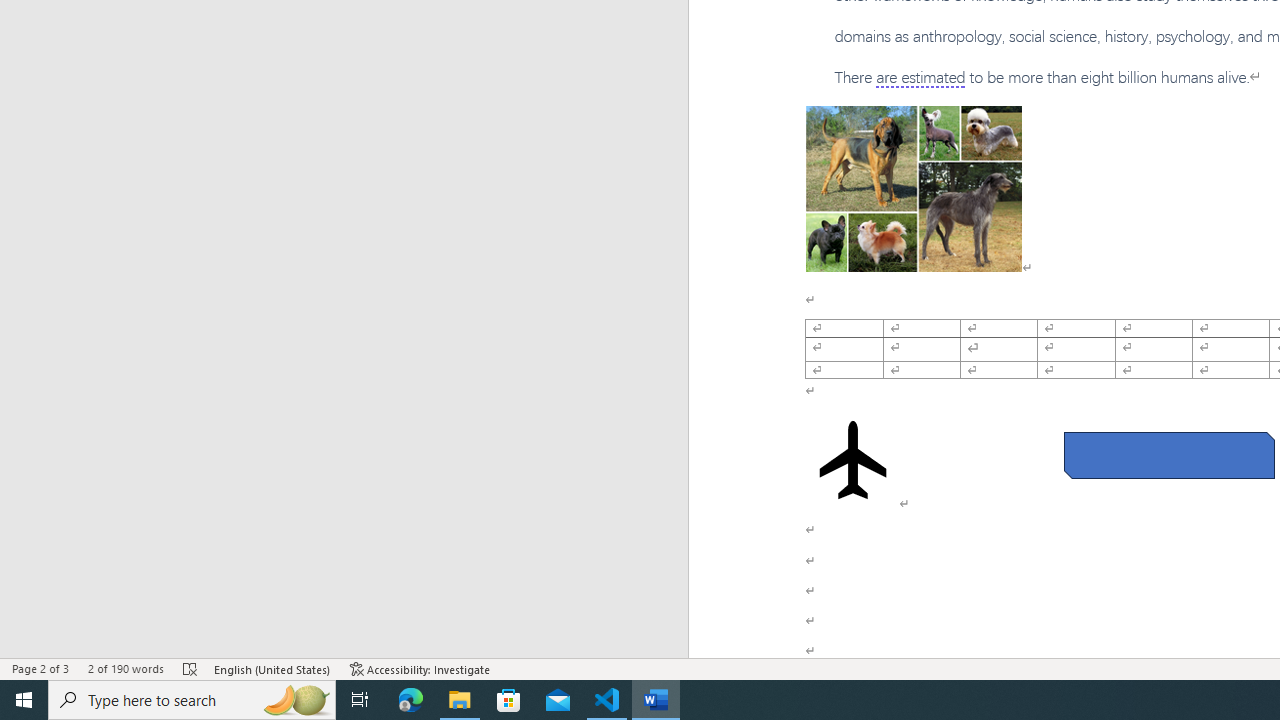 This screenshot has width=1280, height=720. What do you see at coordinates (272, 669) in the screenshot?
I see `'Language English (United States)'` at bounding box center [272, 669].